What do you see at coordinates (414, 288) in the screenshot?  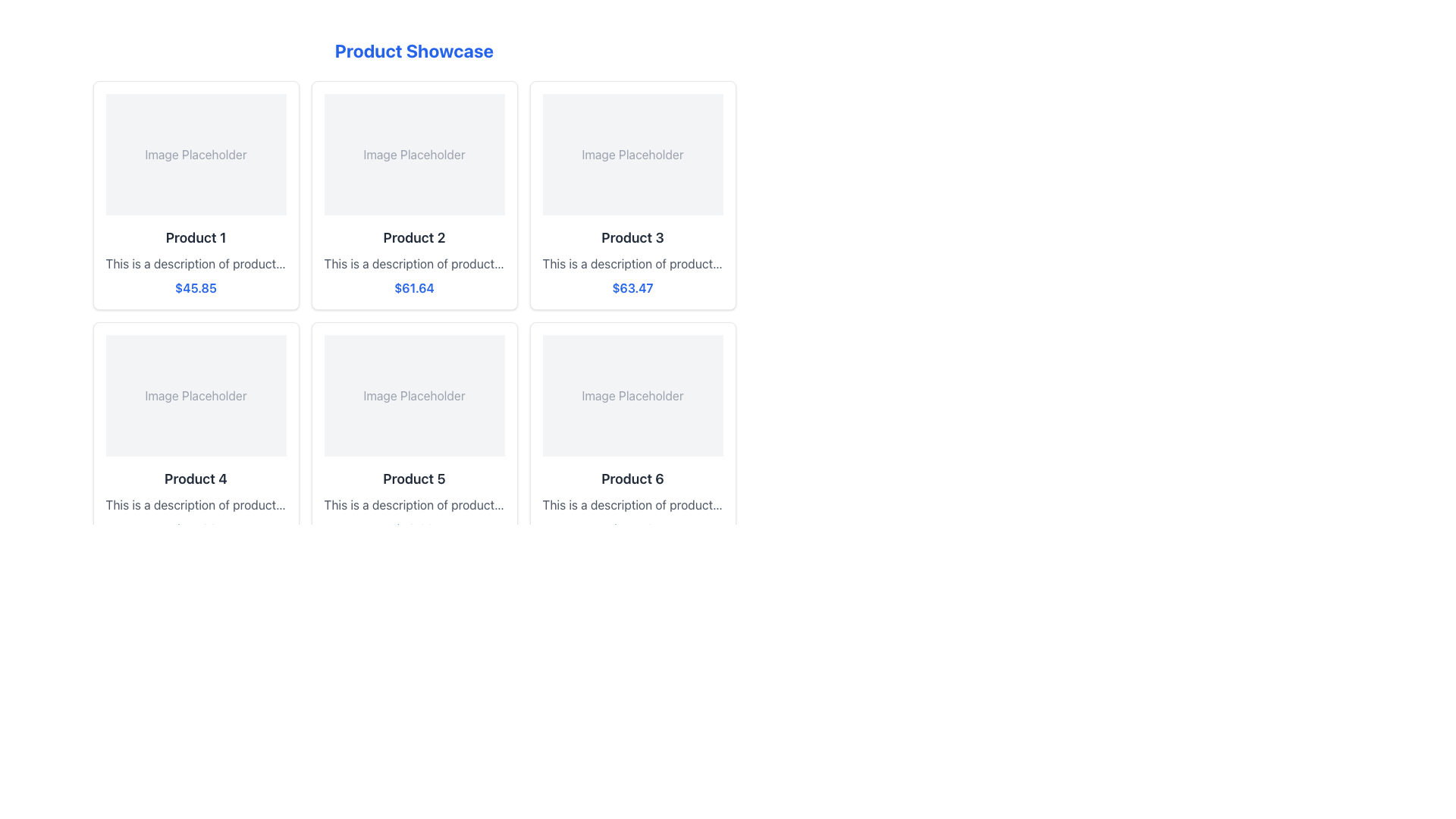 I see `the text display element showing the price '$61.64', which is styled in blue and bold, located below the product titled 'Product 2'` at bounding box center [414, 288].